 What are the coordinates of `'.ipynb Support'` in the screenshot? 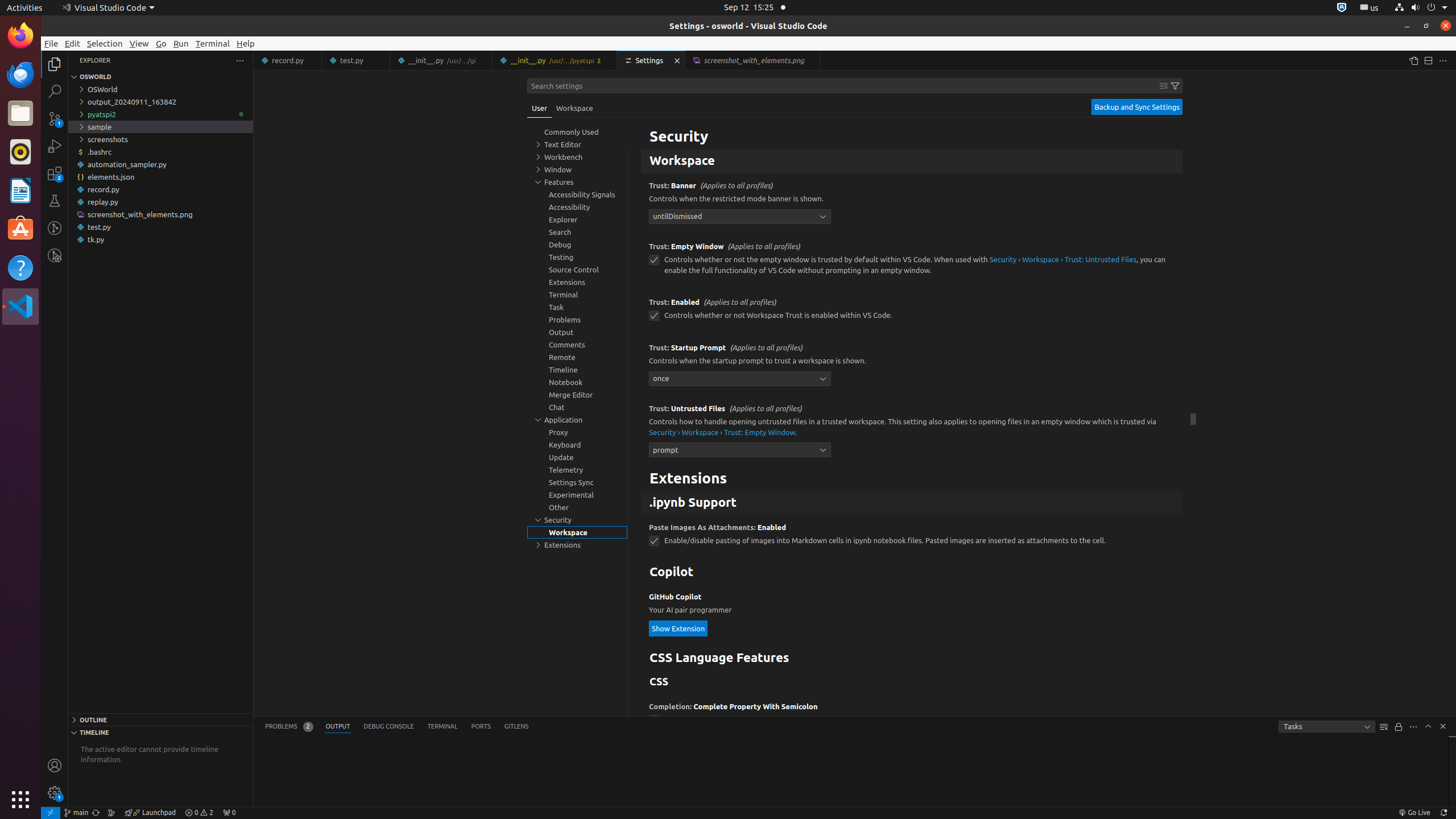 It's located at (911, 503).